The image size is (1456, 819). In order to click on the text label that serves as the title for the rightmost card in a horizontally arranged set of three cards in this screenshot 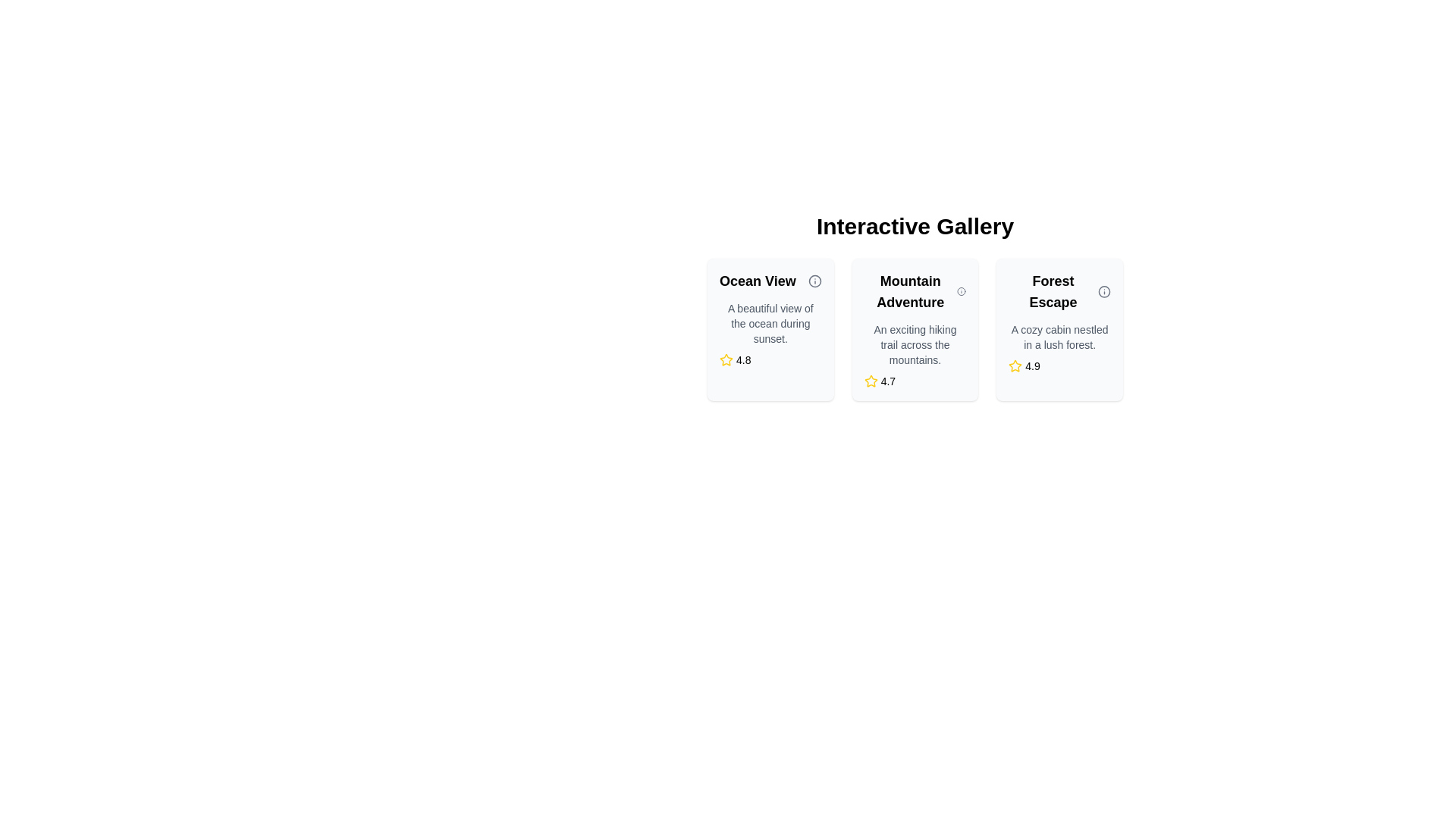, I will do `click(1053, 292)`.